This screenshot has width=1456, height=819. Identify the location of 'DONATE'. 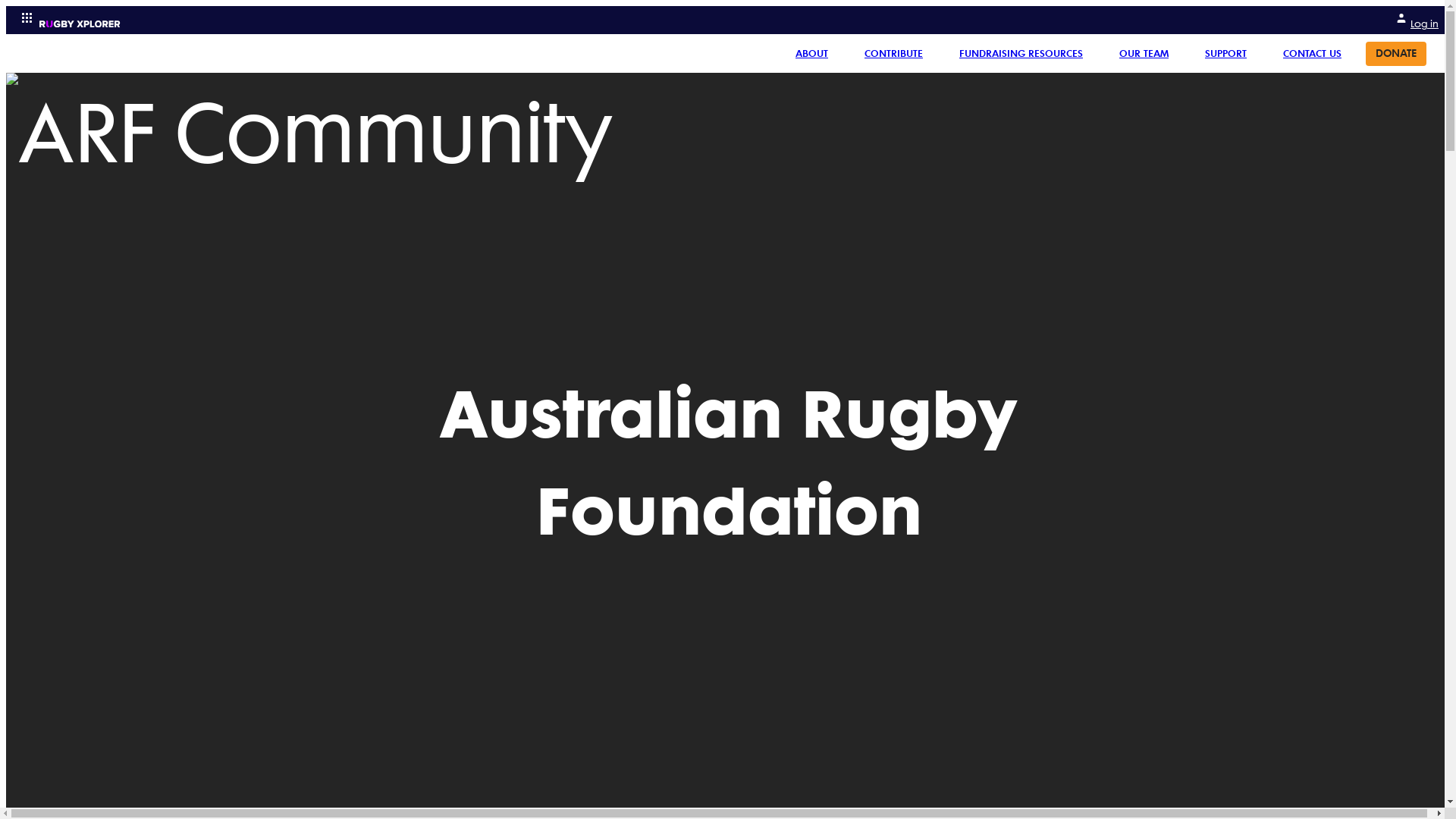
(1395, 52).